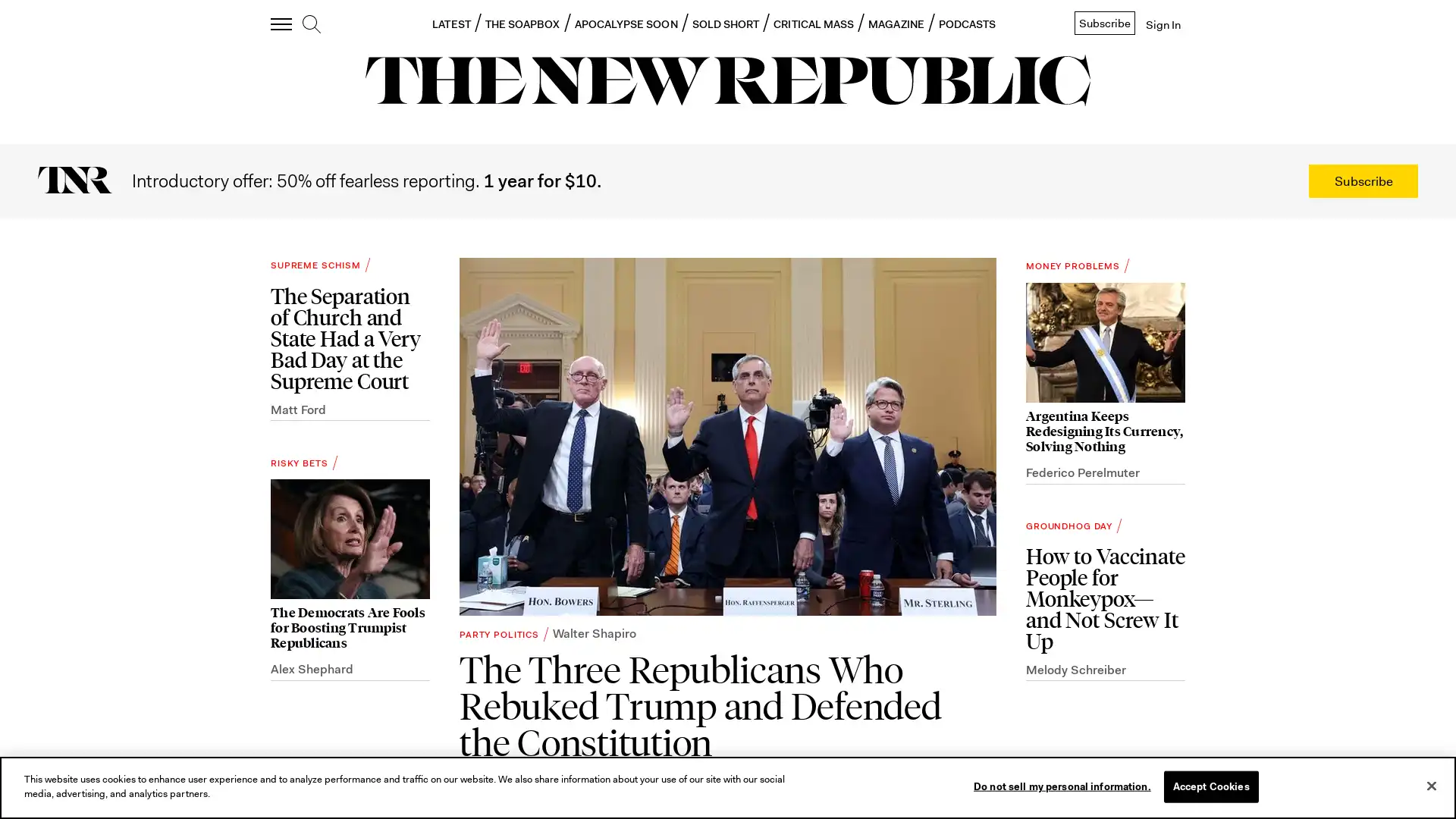 Image resolution: width=1456 pixels, height=819 pixels. What do you see at coordinates (1061, 786) in the screenshot?
I see `Do not sell my personal information.` at bounding box center [1061, 786].